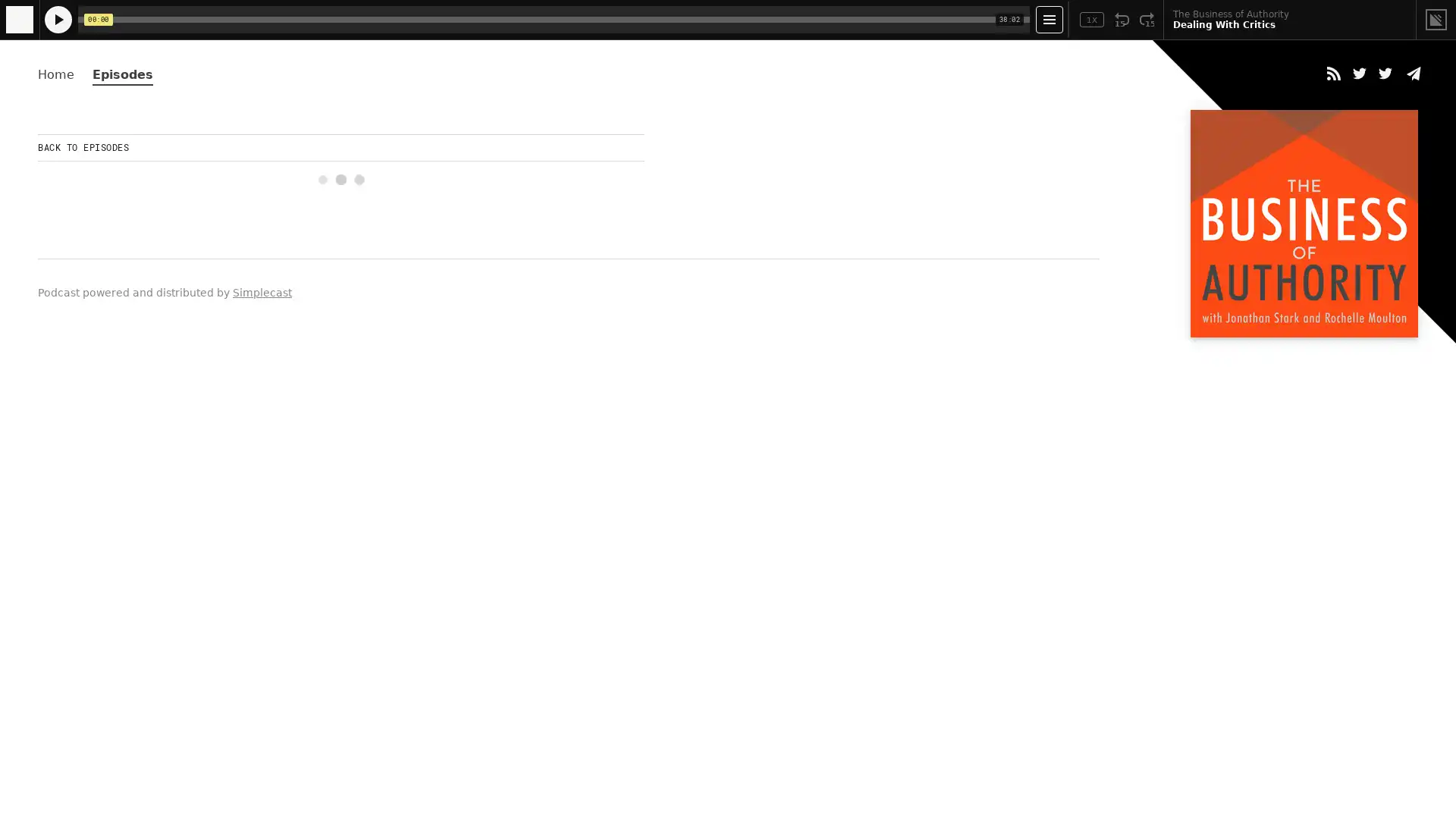 Image resolution: width=1456 pixels, height=819 pixels. I want to click on Toggle Speed: Current Speed 1x, so click(1092, 20).